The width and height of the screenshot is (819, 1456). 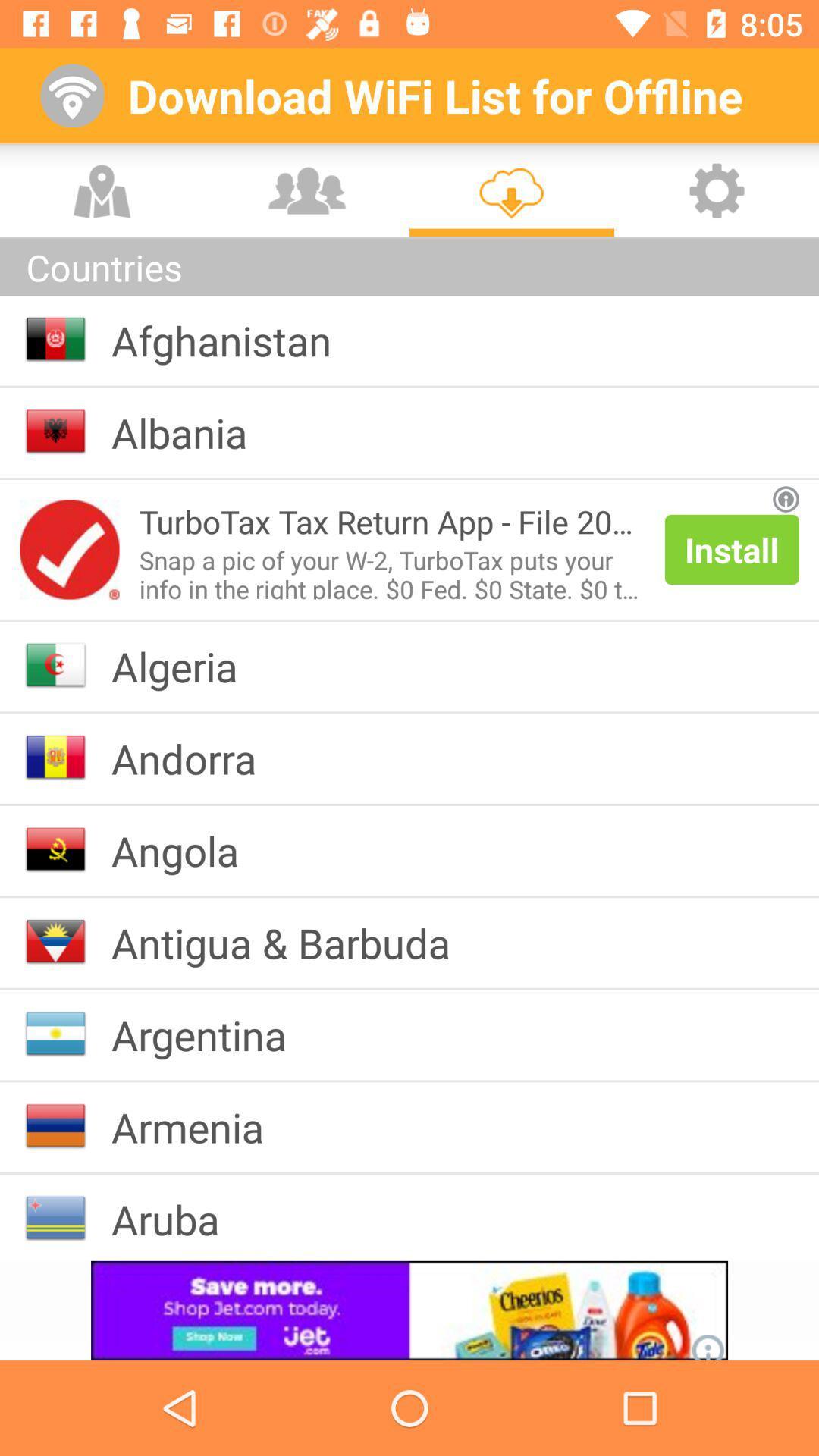 What do you see at coordinates (731, 548) in the screenshot?
I see `app to the right of turbotax tax return item` at bounding box center [731, 548].